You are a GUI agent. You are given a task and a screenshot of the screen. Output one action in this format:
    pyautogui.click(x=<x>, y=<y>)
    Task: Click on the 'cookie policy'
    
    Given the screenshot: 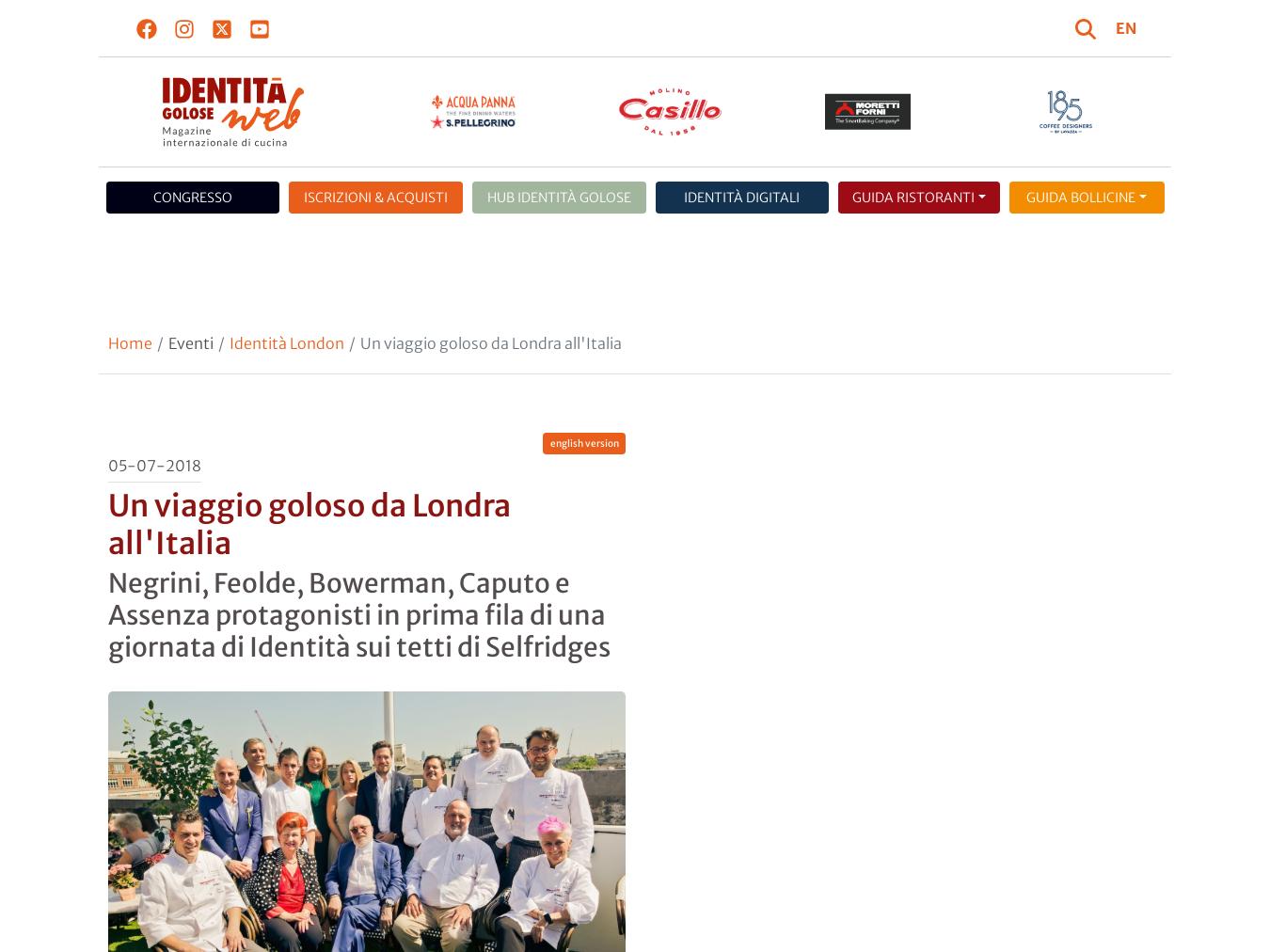 What is the action you would take?
    pyautogui.click(x=667, y=97)
    